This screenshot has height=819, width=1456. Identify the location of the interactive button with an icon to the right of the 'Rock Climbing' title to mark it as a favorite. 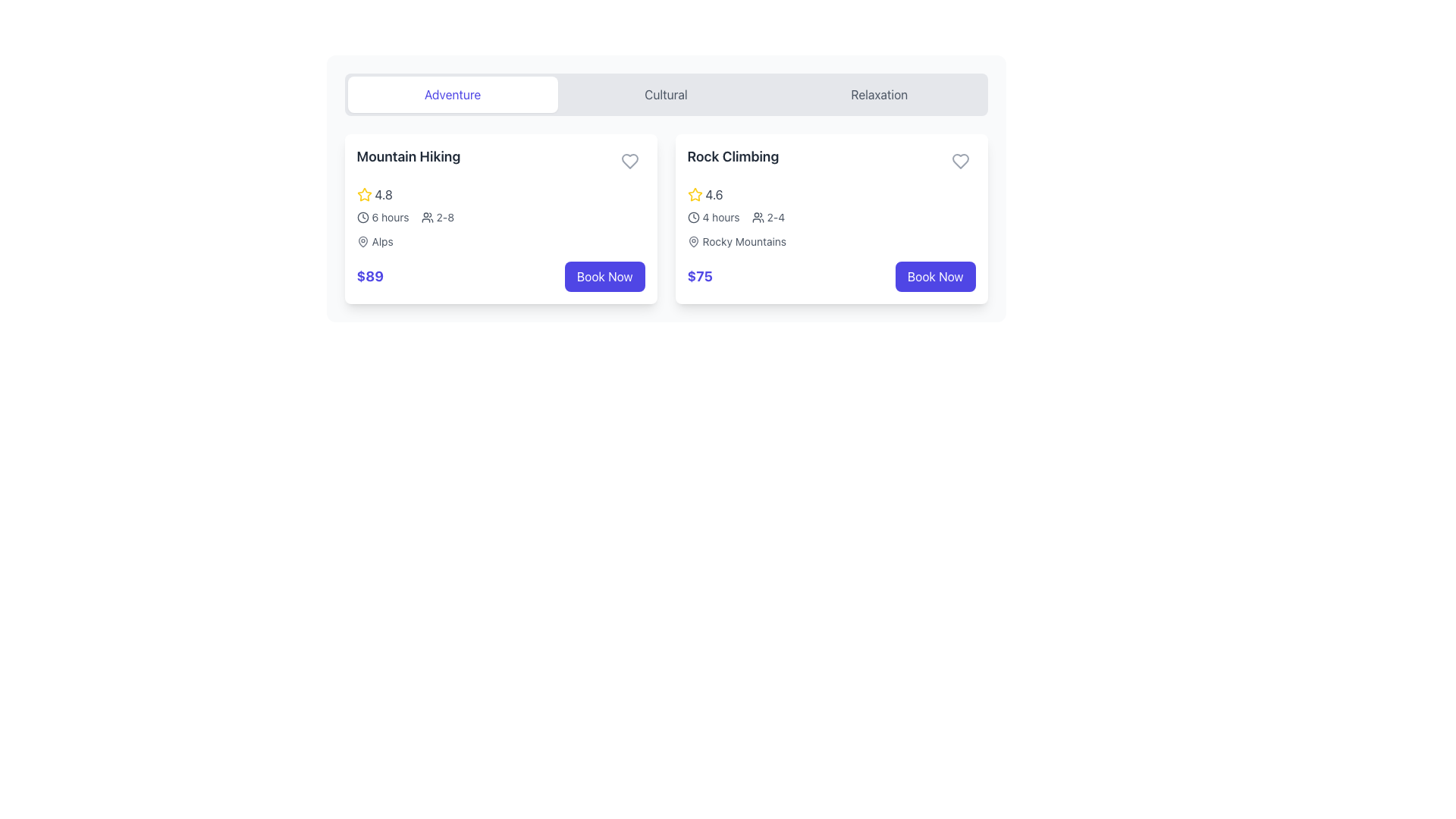
(959, 161).